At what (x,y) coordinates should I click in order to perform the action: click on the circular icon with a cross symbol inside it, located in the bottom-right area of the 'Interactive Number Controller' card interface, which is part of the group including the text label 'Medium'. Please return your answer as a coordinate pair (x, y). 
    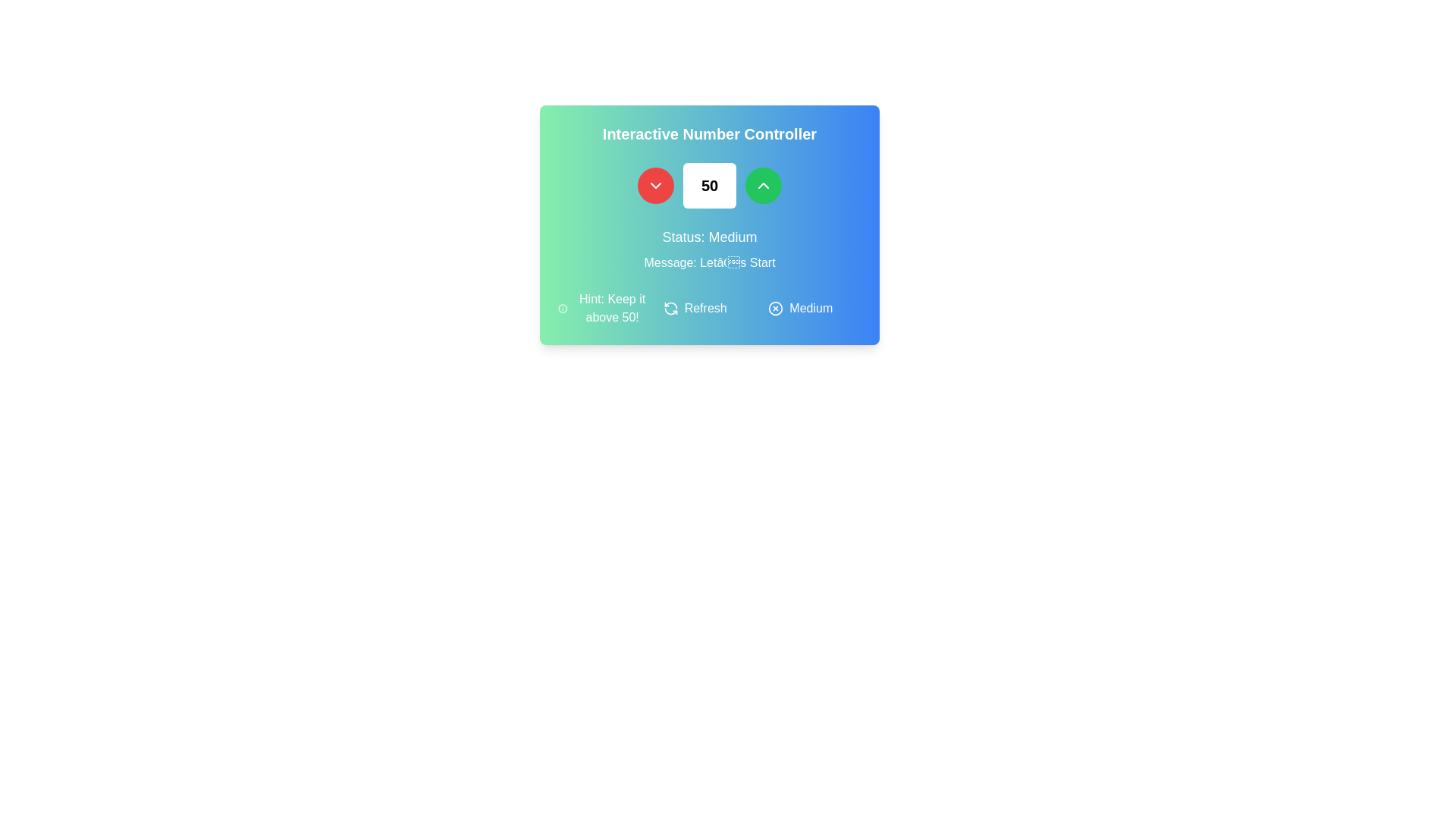
    Looking at the image, I should click on (776, 308).